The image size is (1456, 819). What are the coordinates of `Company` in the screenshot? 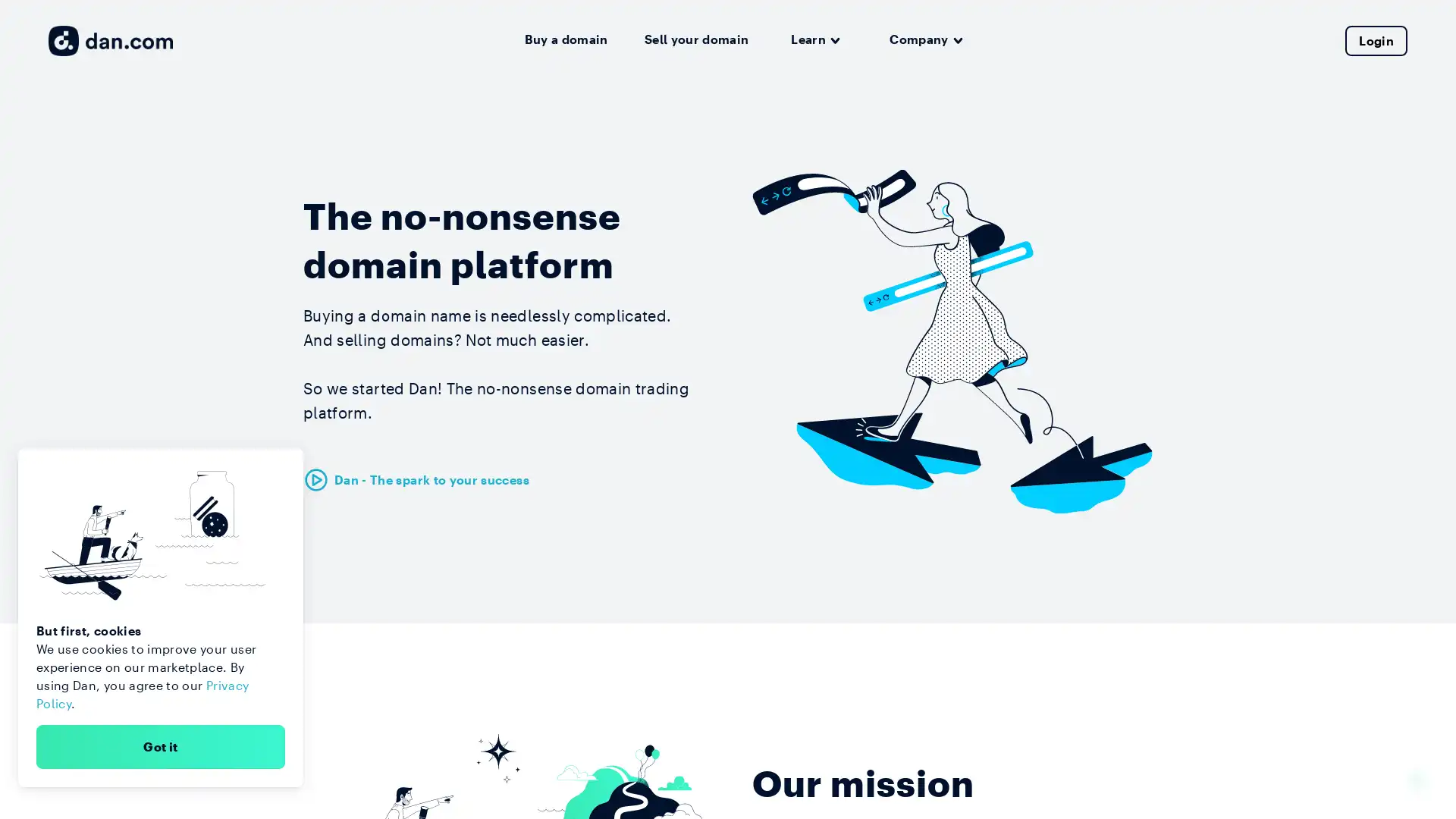 It's located at (925, 39).